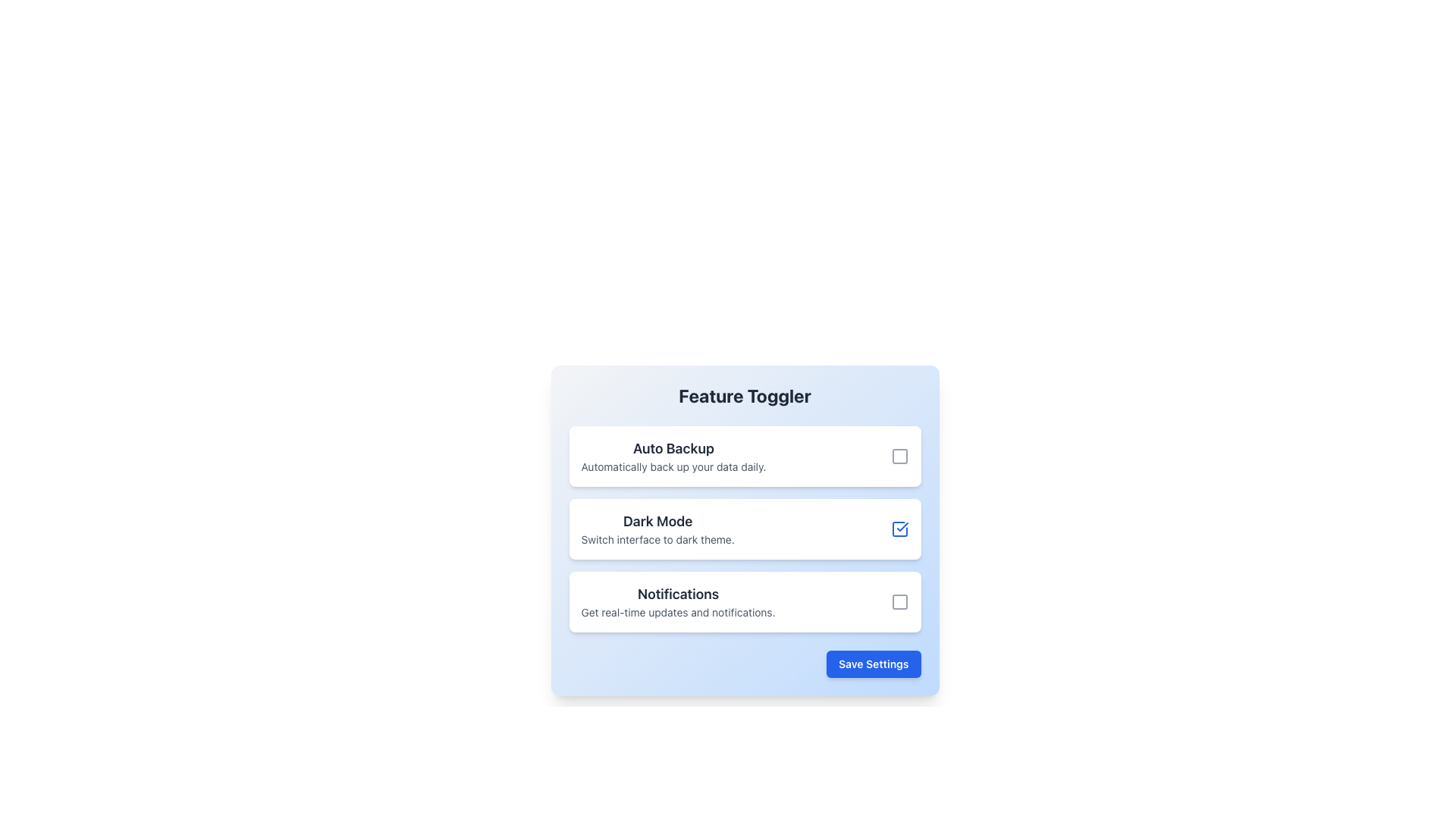 This screenshot has width=1456, height=819. I want to click on the 'Auto Backup' checkbox in the 'Feature Toggles' section, so click(745, 455).